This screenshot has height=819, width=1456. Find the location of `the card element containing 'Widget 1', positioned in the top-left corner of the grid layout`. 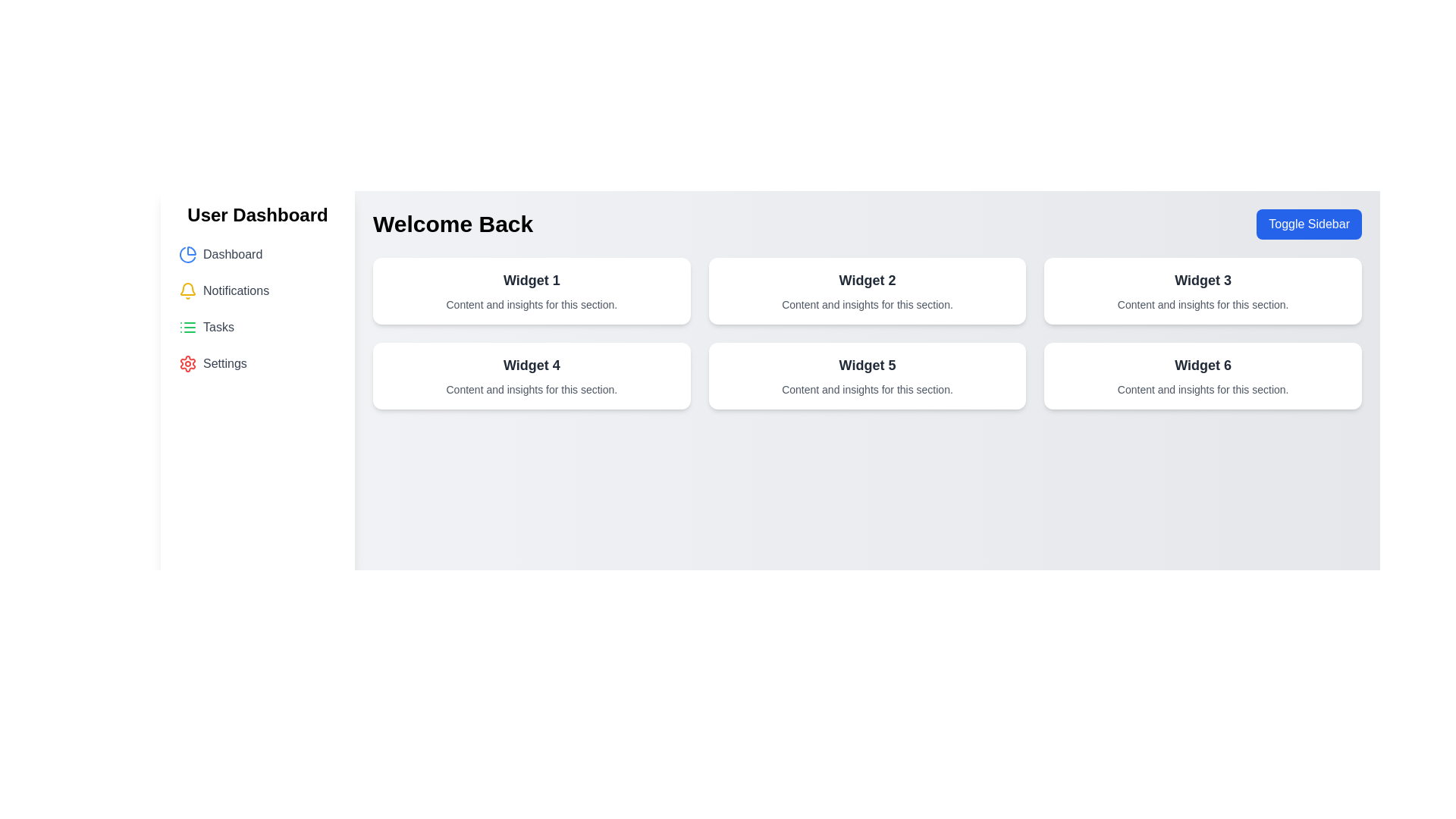

the card element containing 'Widget 1', positioned in the top-left corner of the grid layout is located at coordinates (532, 291).